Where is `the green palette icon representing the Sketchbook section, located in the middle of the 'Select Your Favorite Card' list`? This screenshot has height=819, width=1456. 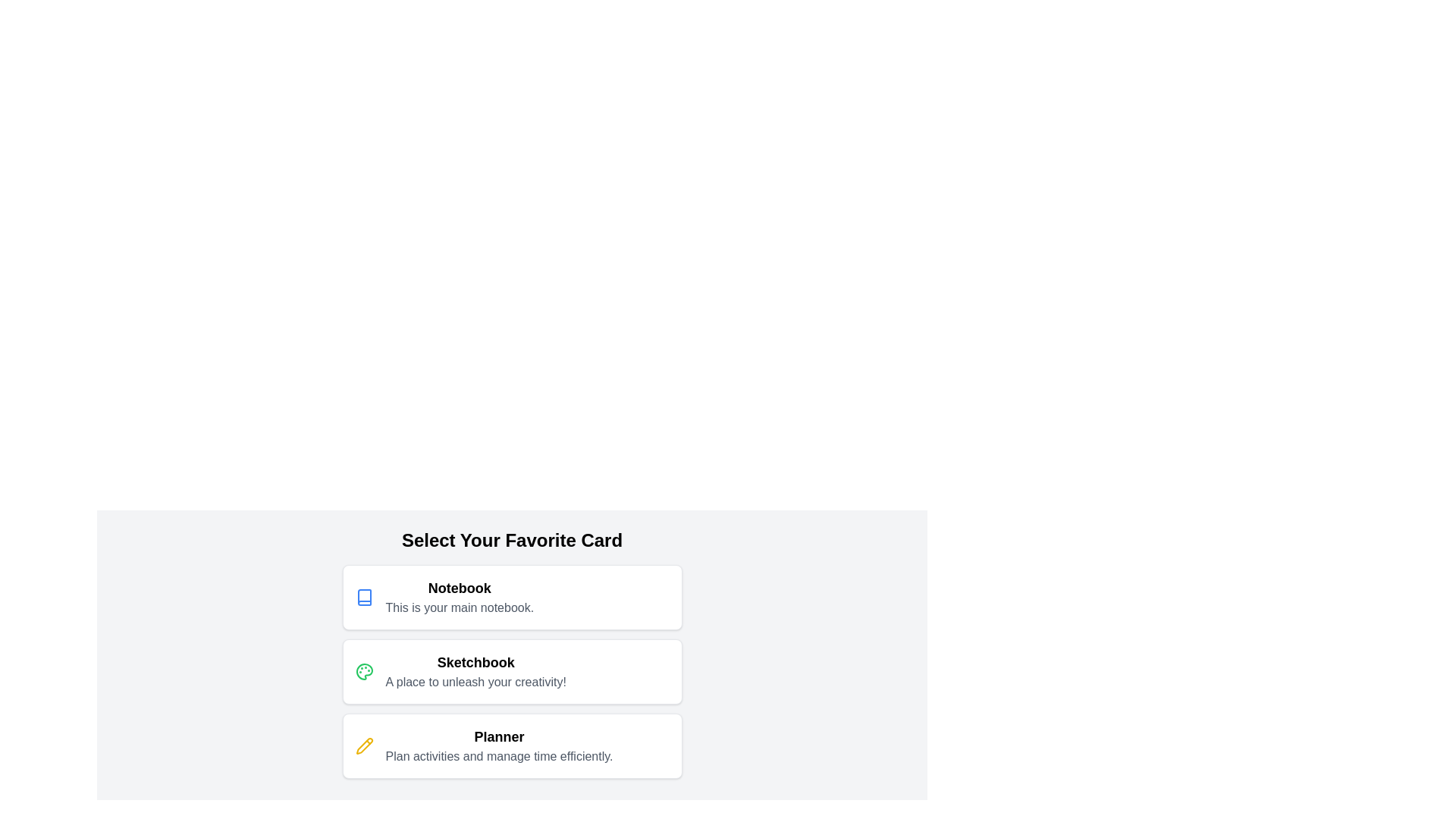
the green palette icon representing the Sketchbook section, located in the middle of the 'Select Your Favorite Card' list is located at coordinates (364, 671).